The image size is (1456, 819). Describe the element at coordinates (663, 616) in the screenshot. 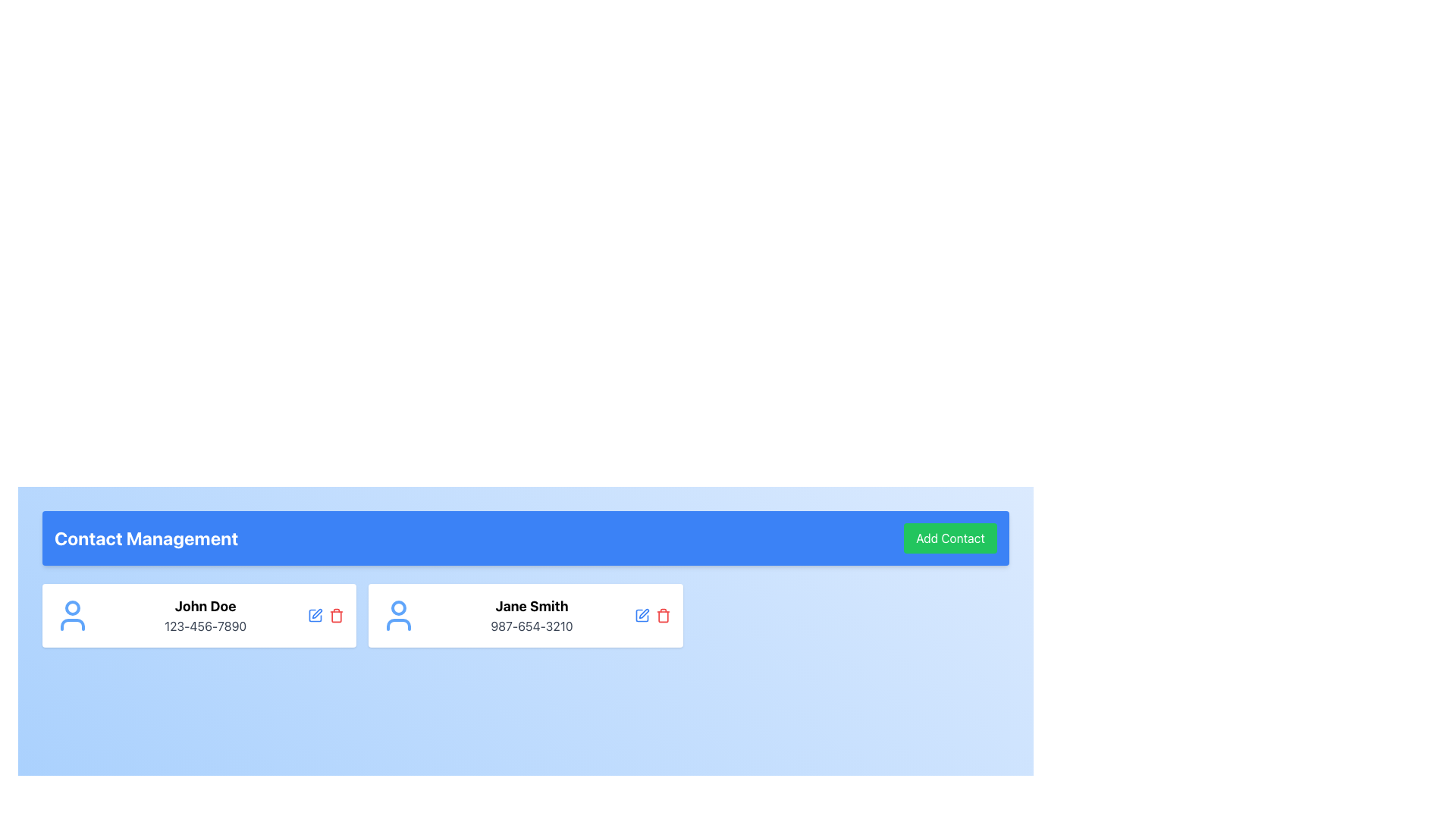

I see `the delete button for the contact 'Jane Smith', which is the third interactive icon following a blue edit icon` at that location.